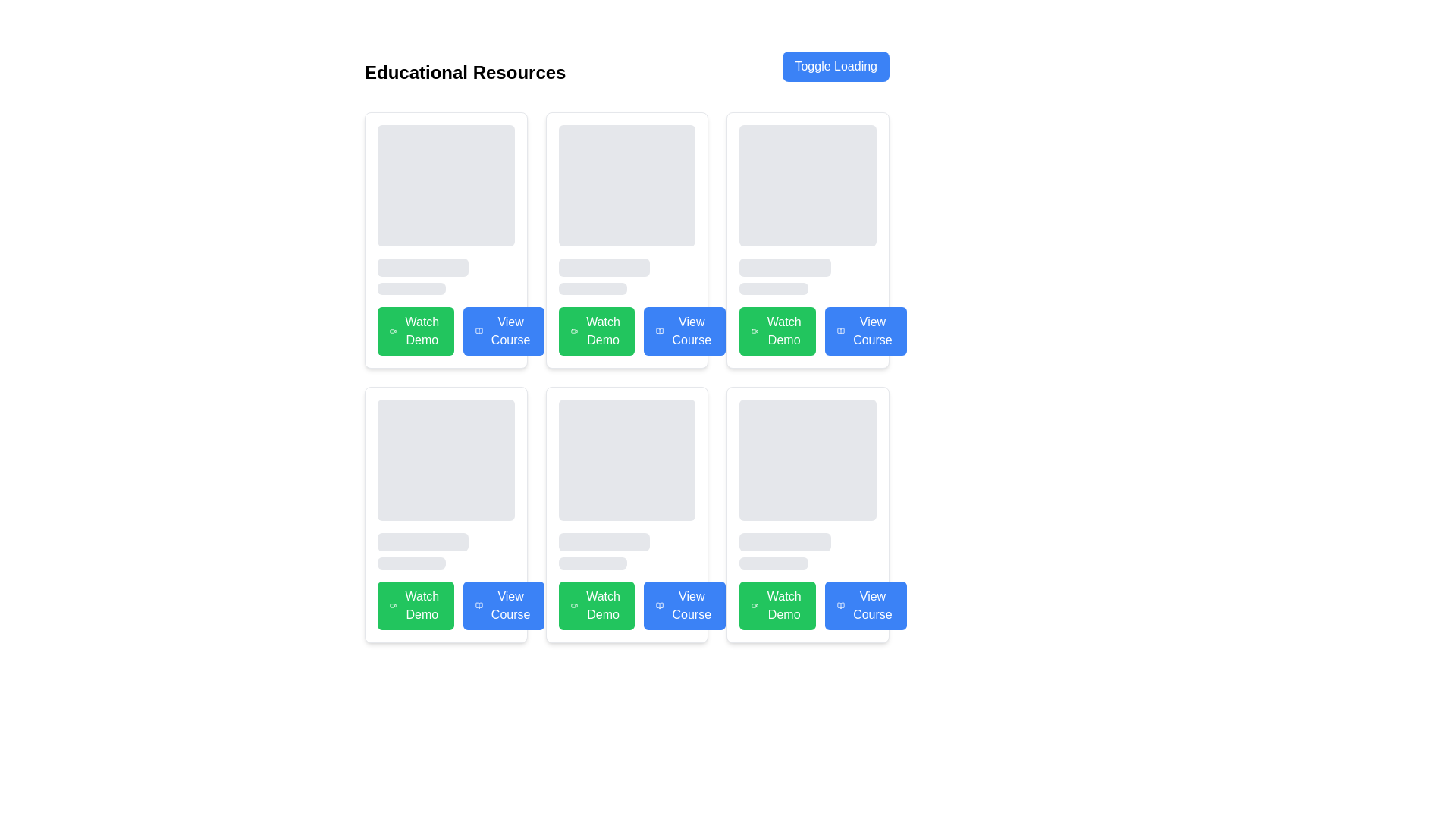  Describe the element at coordinates (807, 330) in the screenshot. I see `the green button labeled 'Watch Demo' with a chain link icon` at that location.